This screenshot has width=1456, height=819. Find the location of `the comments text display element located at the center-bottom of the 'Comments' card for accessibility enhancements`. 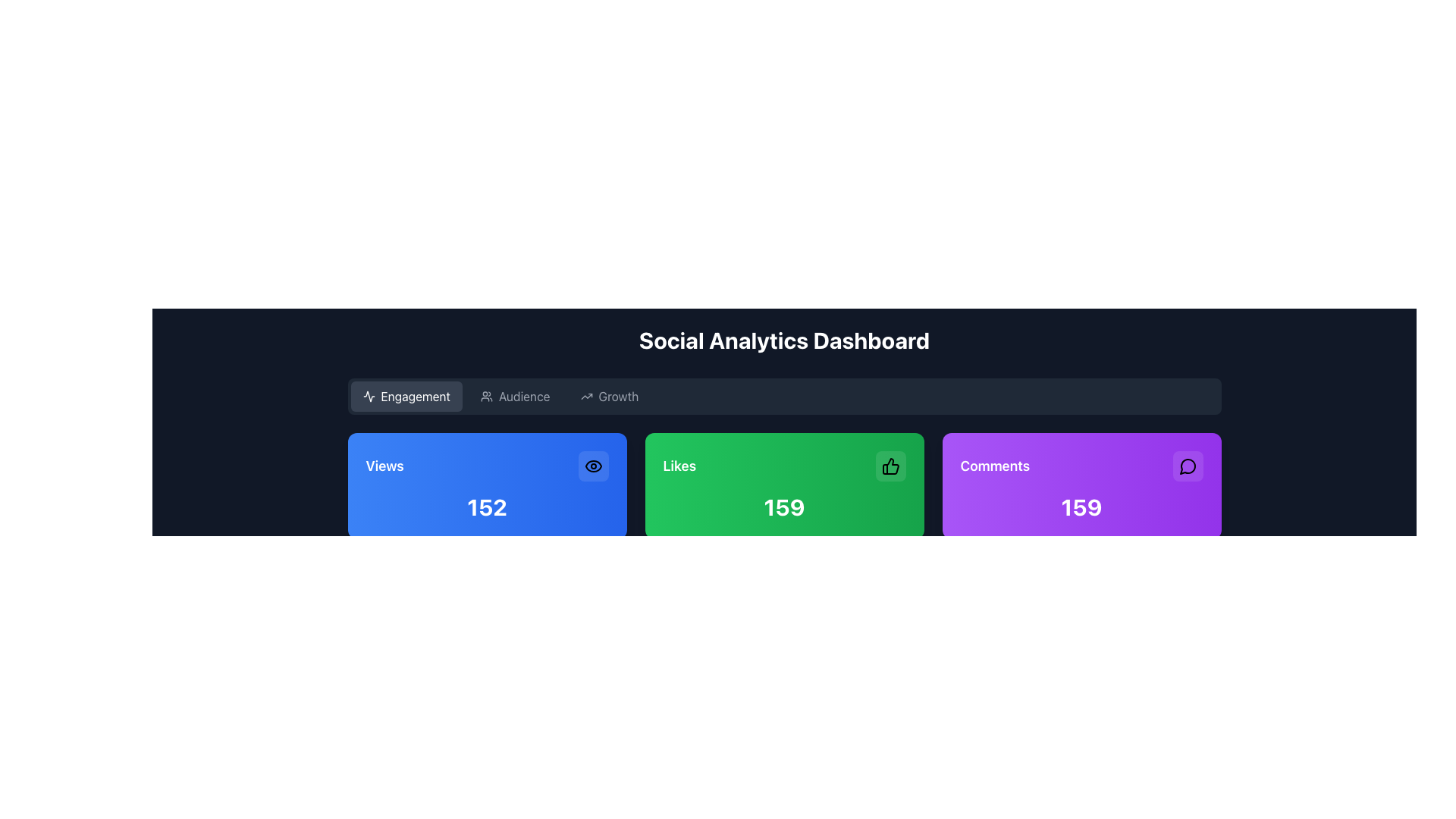

the comments text display element located at the center-bottom of the 'Comments' card for accessibility enhancements is located at coordinates (1081, 507).